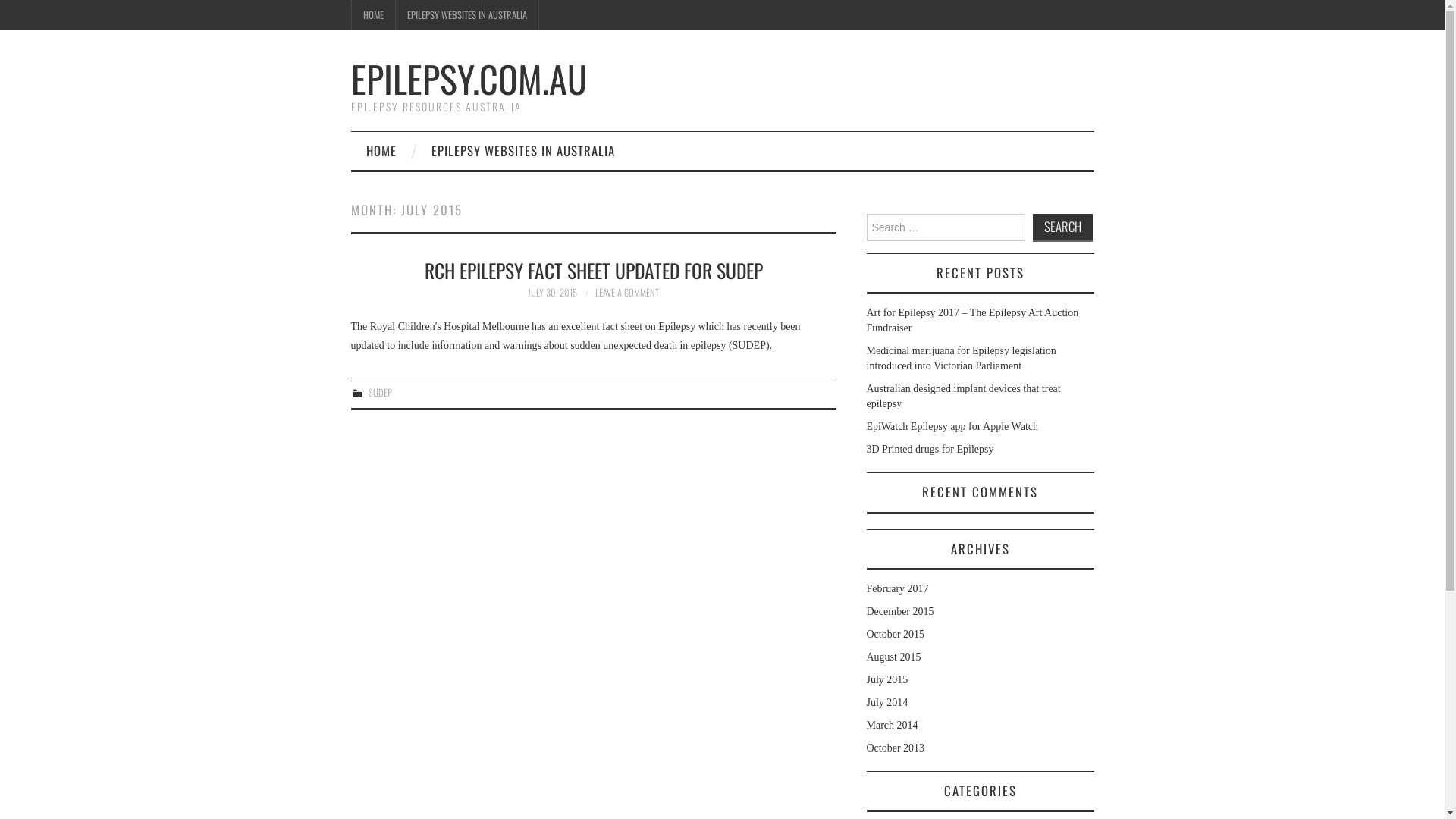 The height and width of the screenshot is (819, 1456). Describe the element at coordinates (466, 14) in the screenshot. I see `'EPILEPSY WEBSITES IN AUSTRALIA'` at that location.